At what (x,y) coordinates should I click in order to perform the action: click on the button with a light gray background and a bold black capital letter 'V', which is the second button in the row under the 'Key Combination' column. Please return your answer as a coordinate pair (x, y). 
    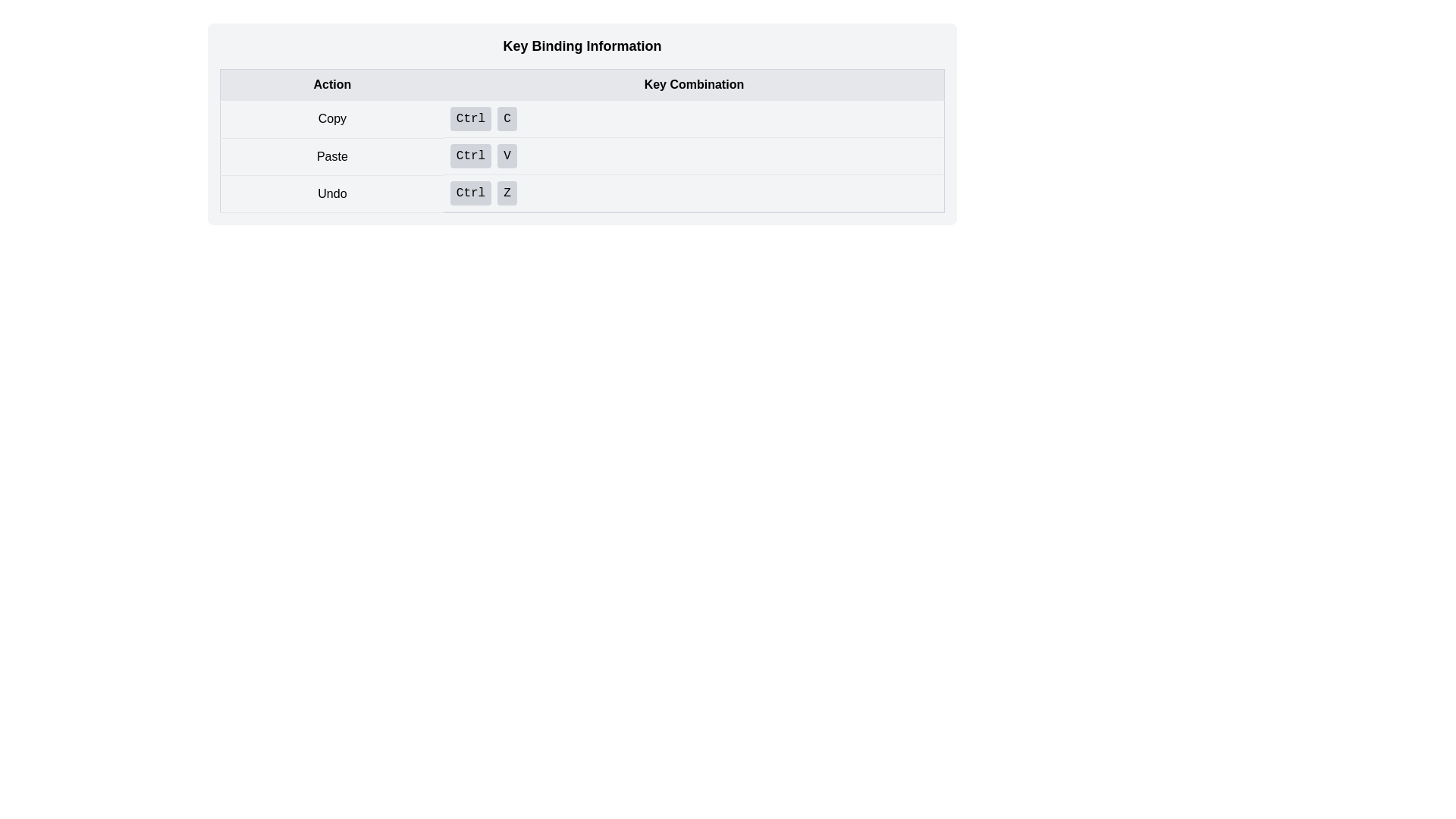
    Looking at the image, I should click on (507, 155).